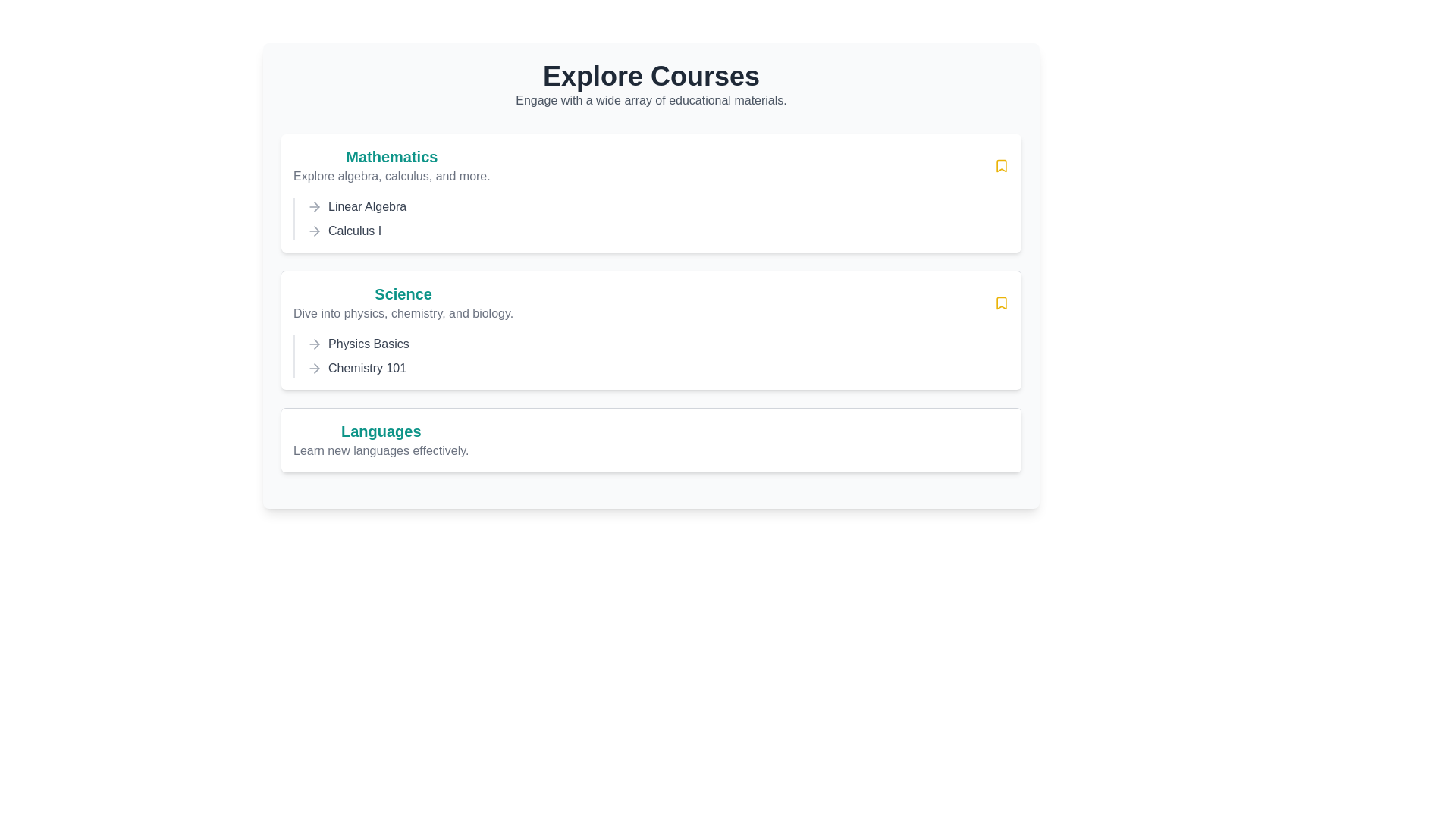 The height and width of the screenshot is (819, 1456). What do you see at coordinates (313, 207) in the screenshot?
I see `the navigation icon located` at bounding box center [313, 207].